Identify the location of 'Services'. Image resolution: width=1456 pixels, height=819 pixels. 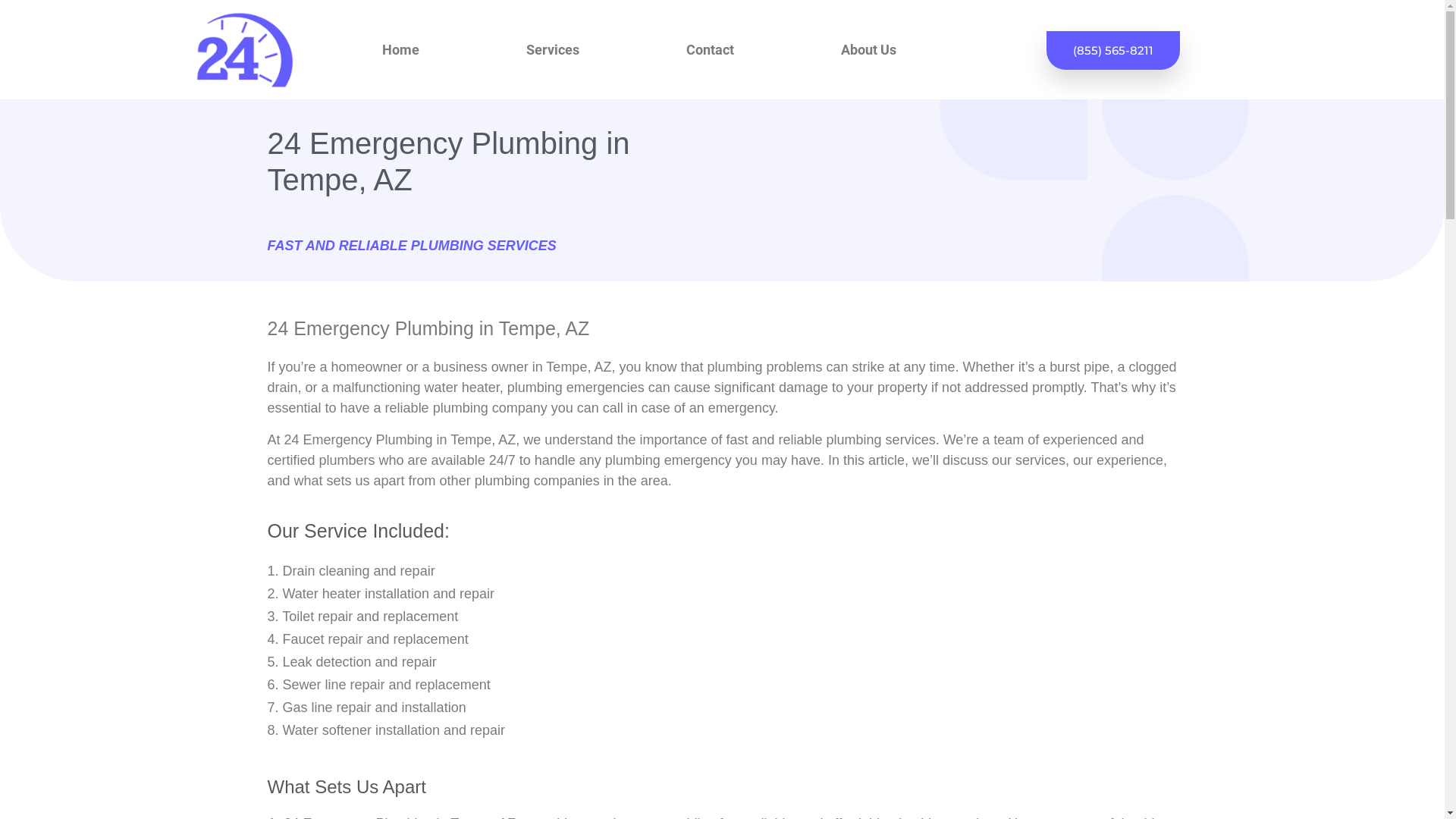
(552, 49).